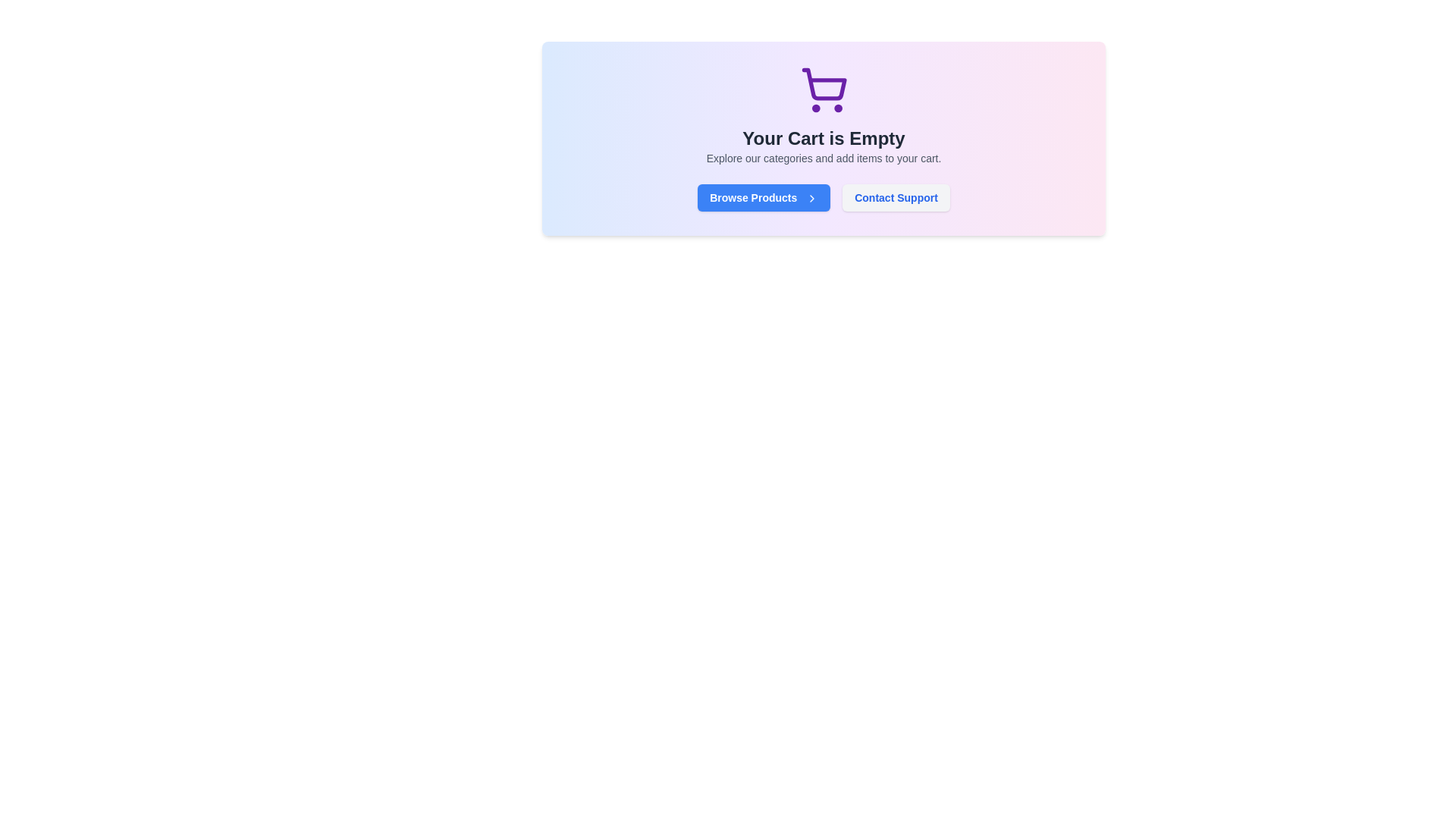  What do you see at coordinates (811, 198) in the screenshot?
I see `the rightward navigation icon located at the far right end of the 'Browse Products' button` at bounding box center [811, 198].